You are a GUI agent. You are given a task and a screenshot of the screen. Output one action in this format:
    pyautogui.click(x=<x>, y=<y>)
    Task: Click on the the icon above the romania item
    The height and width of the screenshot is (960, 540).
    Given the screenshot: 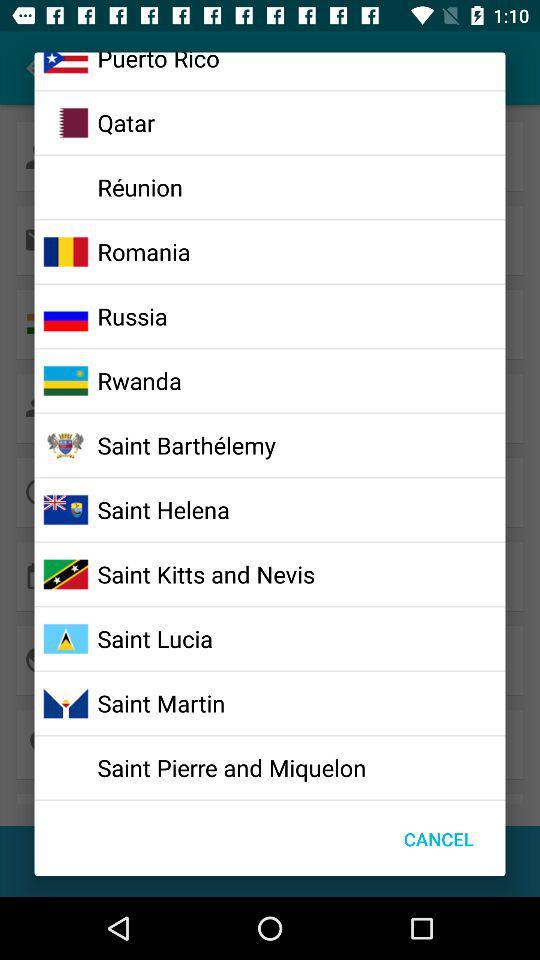 What is the action you would take?
    pyautogui.click(x=139, y=187)
    